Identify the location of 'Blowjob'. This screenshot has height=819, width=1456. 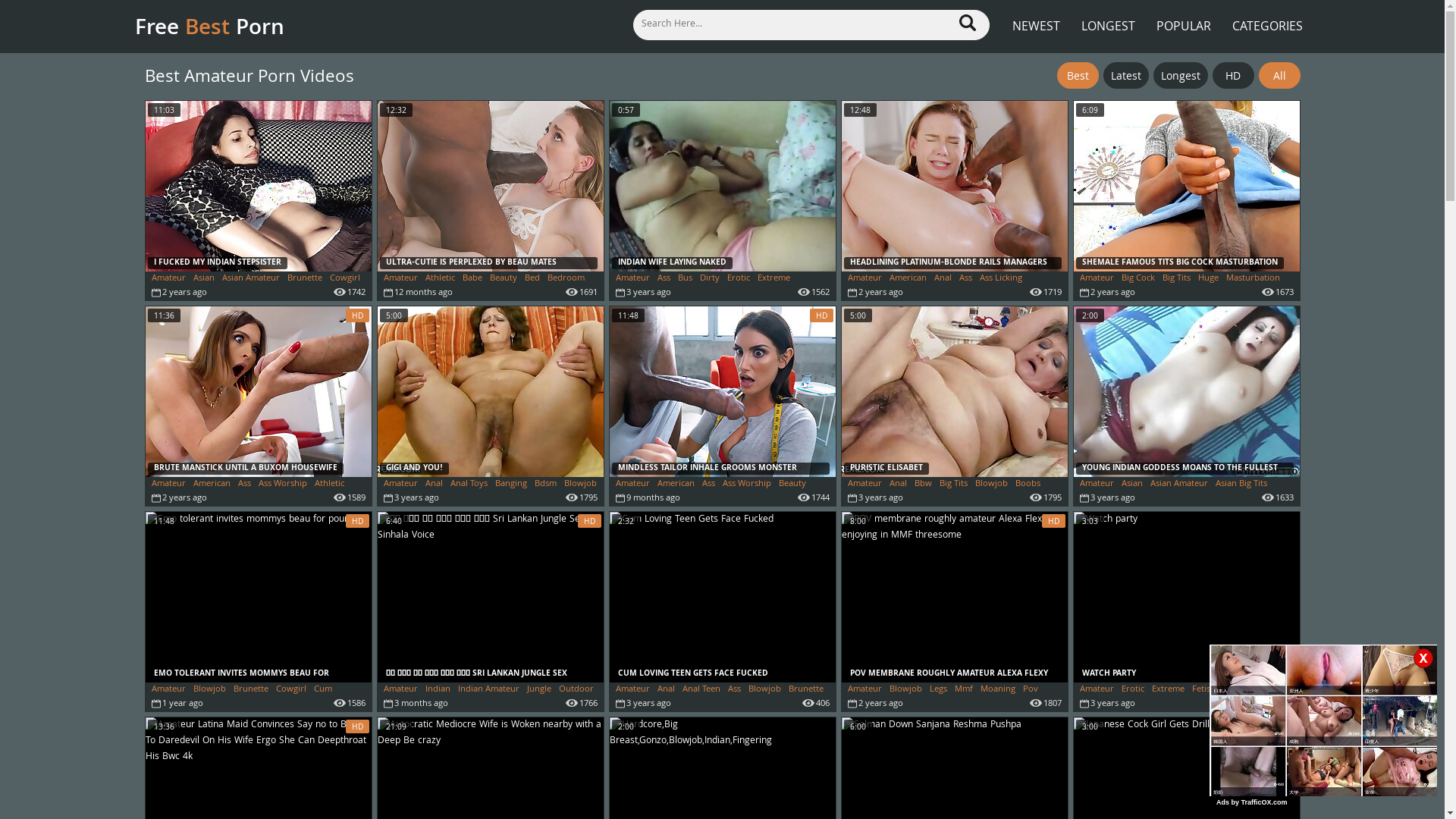
(764, 689).